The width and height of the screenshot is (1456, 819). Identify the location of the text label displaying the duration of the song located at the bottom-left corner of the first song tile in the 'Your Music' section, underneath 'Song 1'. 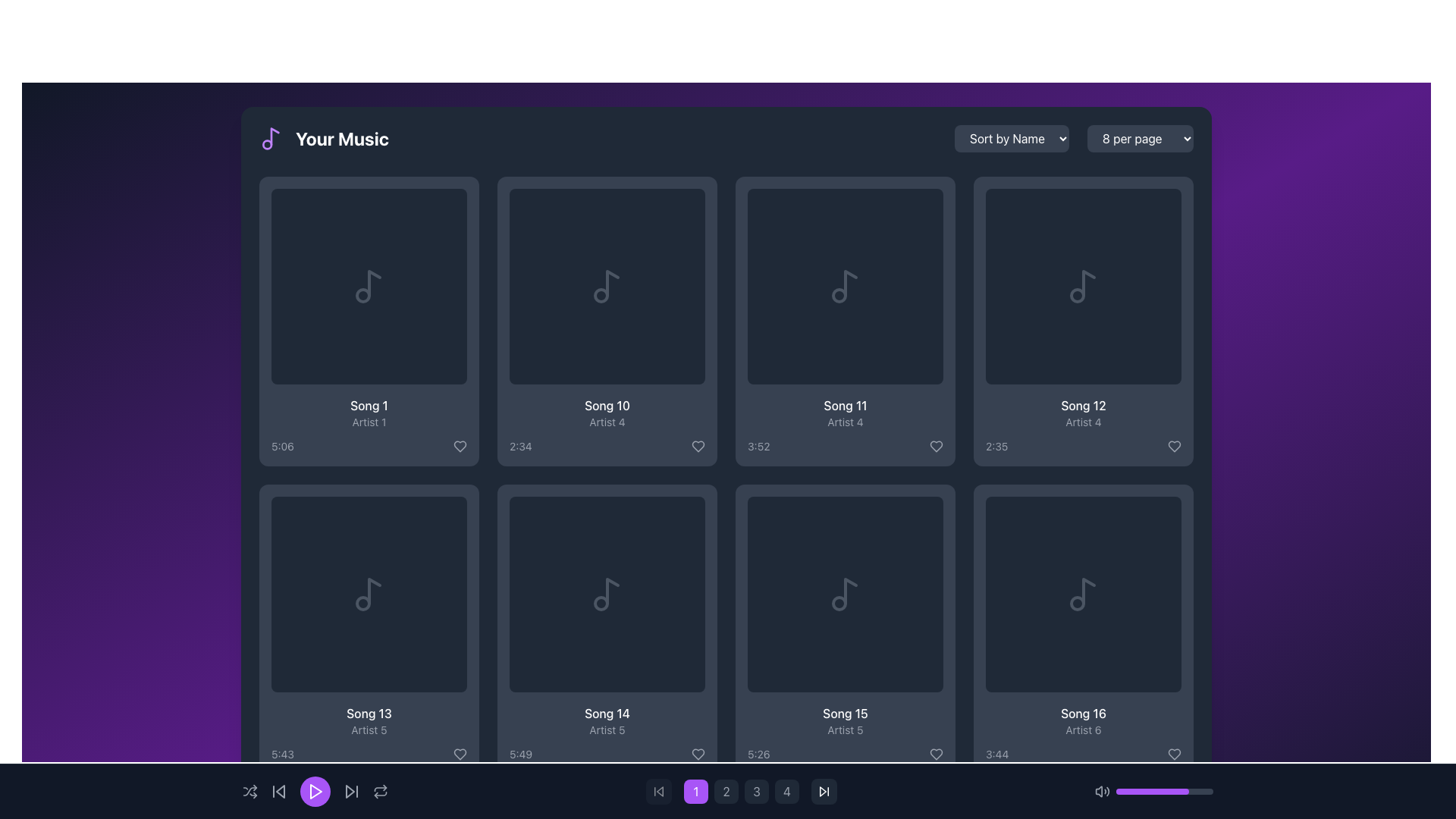
(283, 446).